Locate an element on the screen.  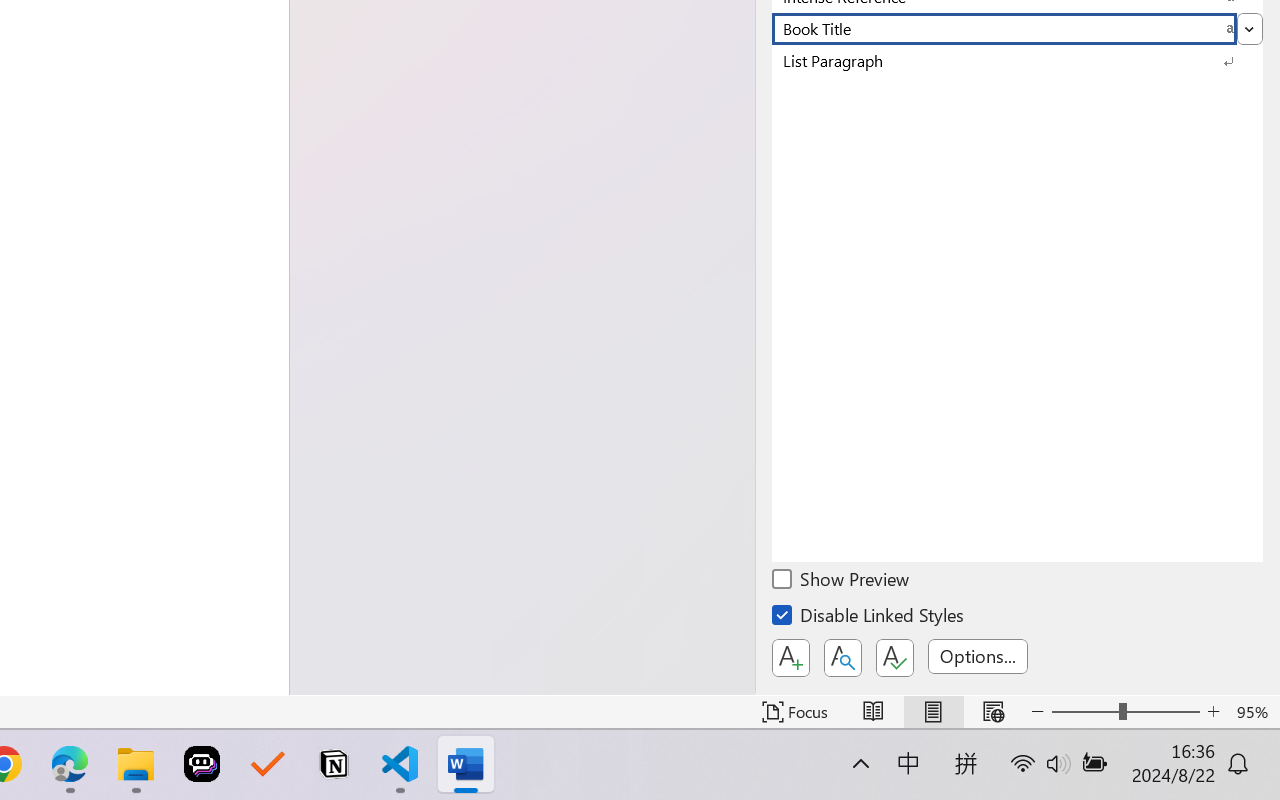
'Options...' is located at coordinates (977, 655).